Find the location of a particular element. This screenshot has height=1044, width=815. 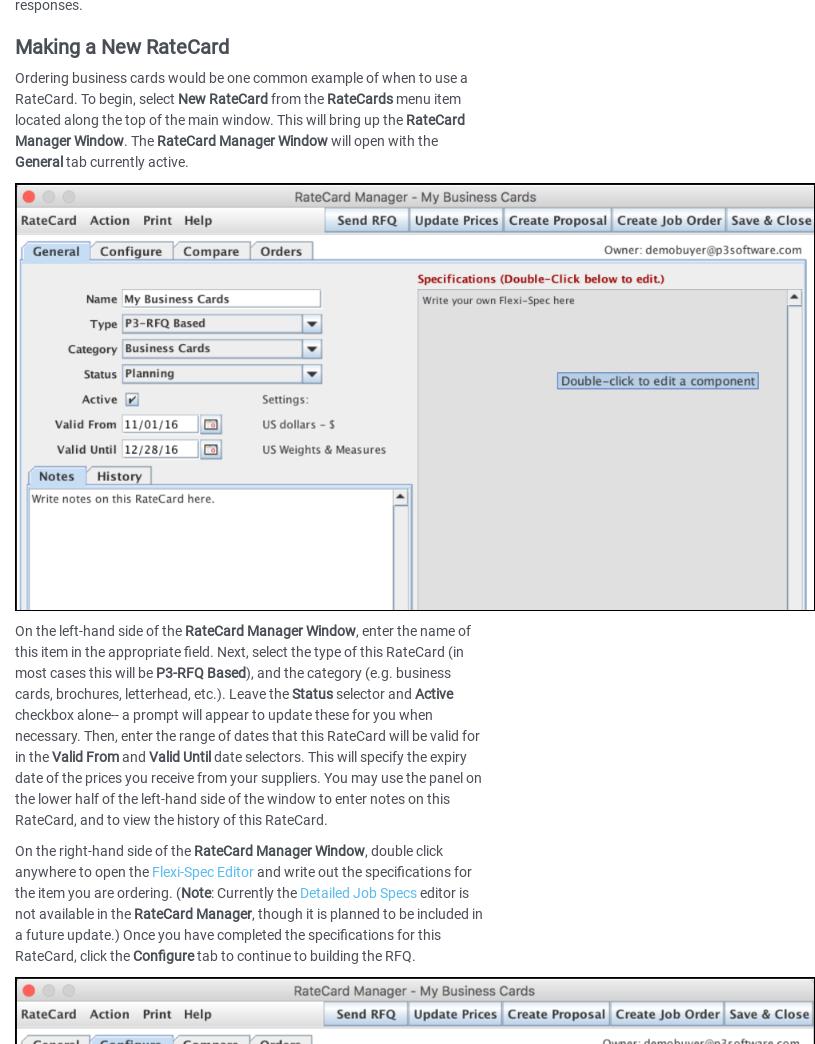

'RateCard Manager' is located at coordinates (192, 912).